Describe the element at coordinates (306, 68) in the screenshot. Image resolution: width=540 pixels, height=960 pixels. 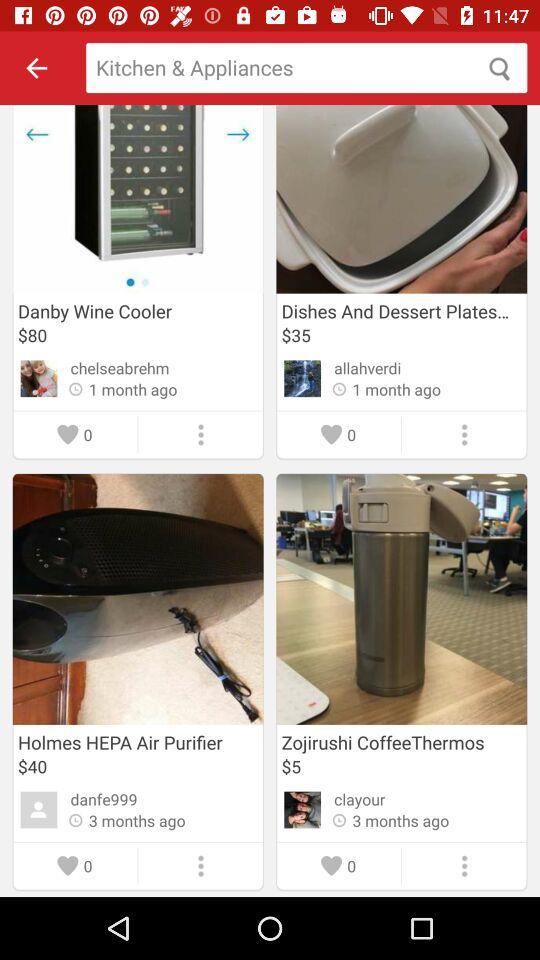
I see `search` at that location.